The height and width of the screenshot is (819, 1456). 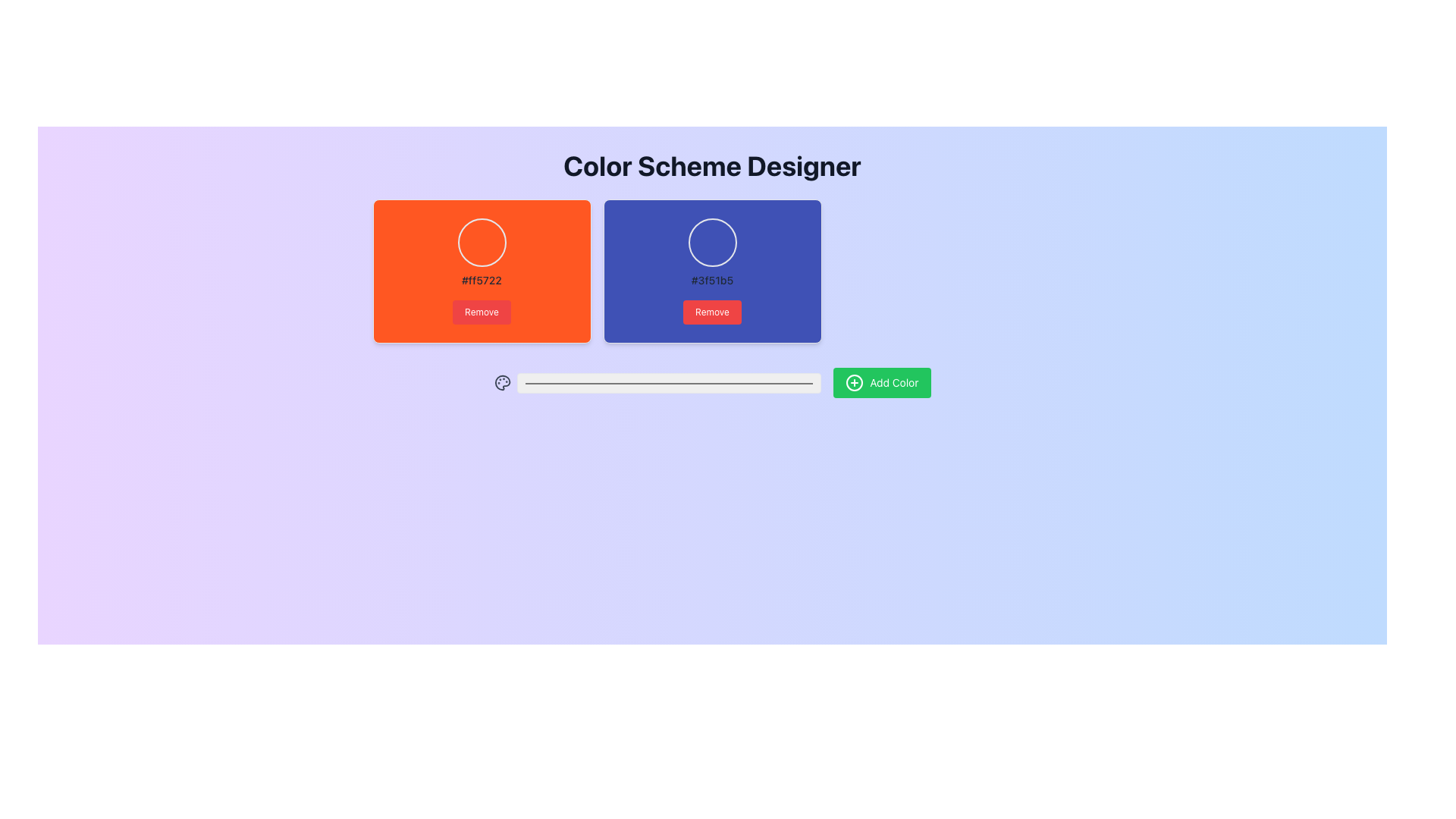 I want to click on the second card from the left in the Color Scheme Designer section, which has a blue background and a red button labeled 'Remove' to possibly trigger effects, so click(x=711, y=271).